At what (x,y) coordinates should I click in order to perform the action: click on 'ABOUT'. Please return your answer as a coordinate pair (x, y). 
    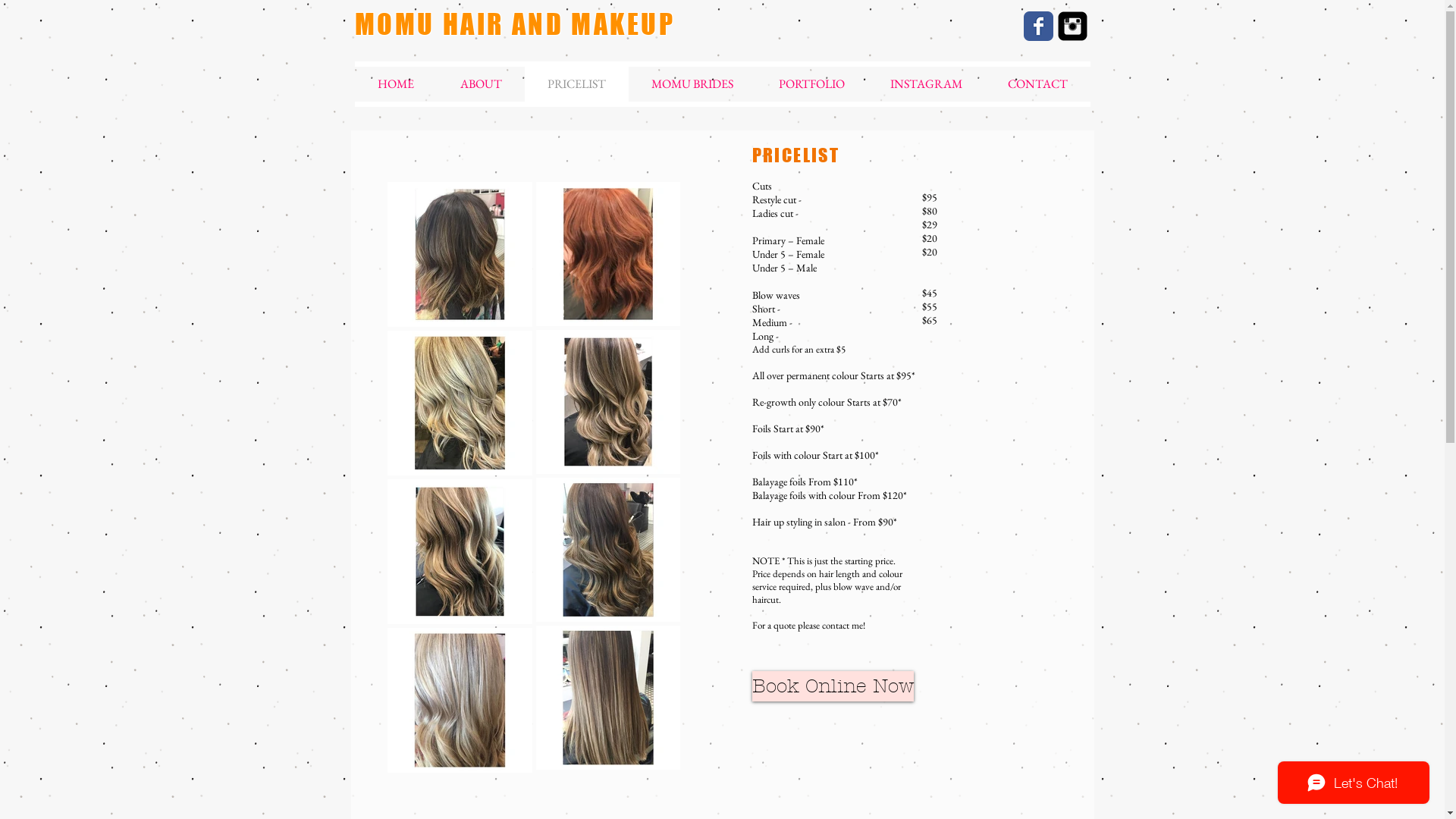
    Looking at the image, I should click on (479, 84).